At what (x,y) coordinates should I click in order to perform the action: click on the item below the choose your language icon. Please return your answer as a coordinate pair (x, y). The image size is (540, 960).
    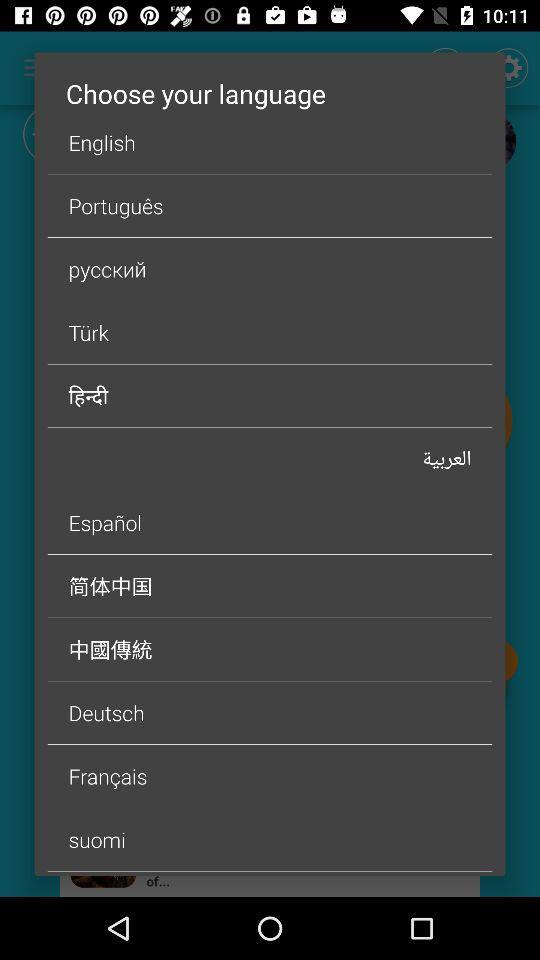
    Looking at the image, I should click on (270, 141).